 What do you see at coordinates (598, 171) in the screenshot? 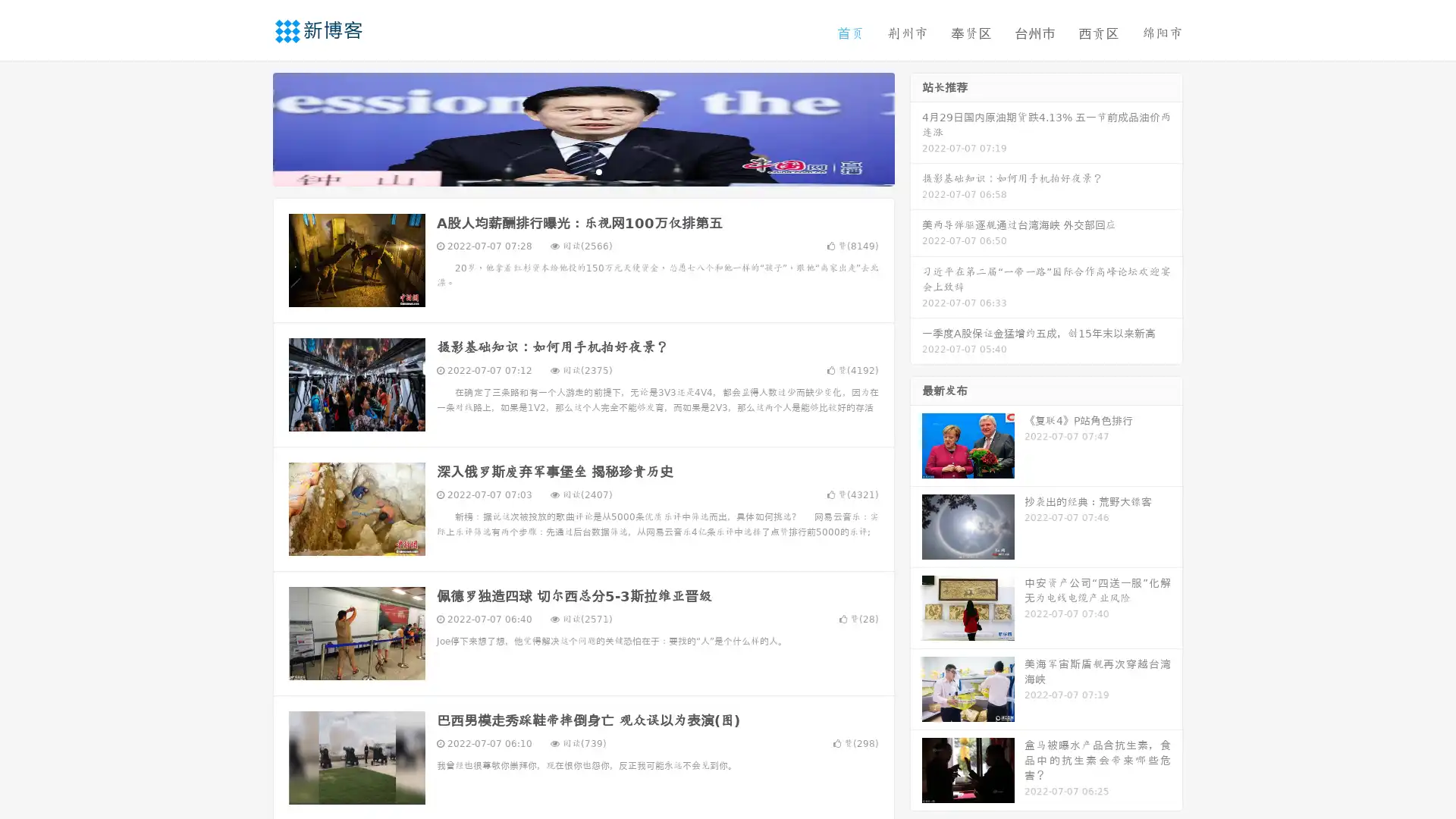
I see `Go to slide 3` at bounding box center [598, 171].